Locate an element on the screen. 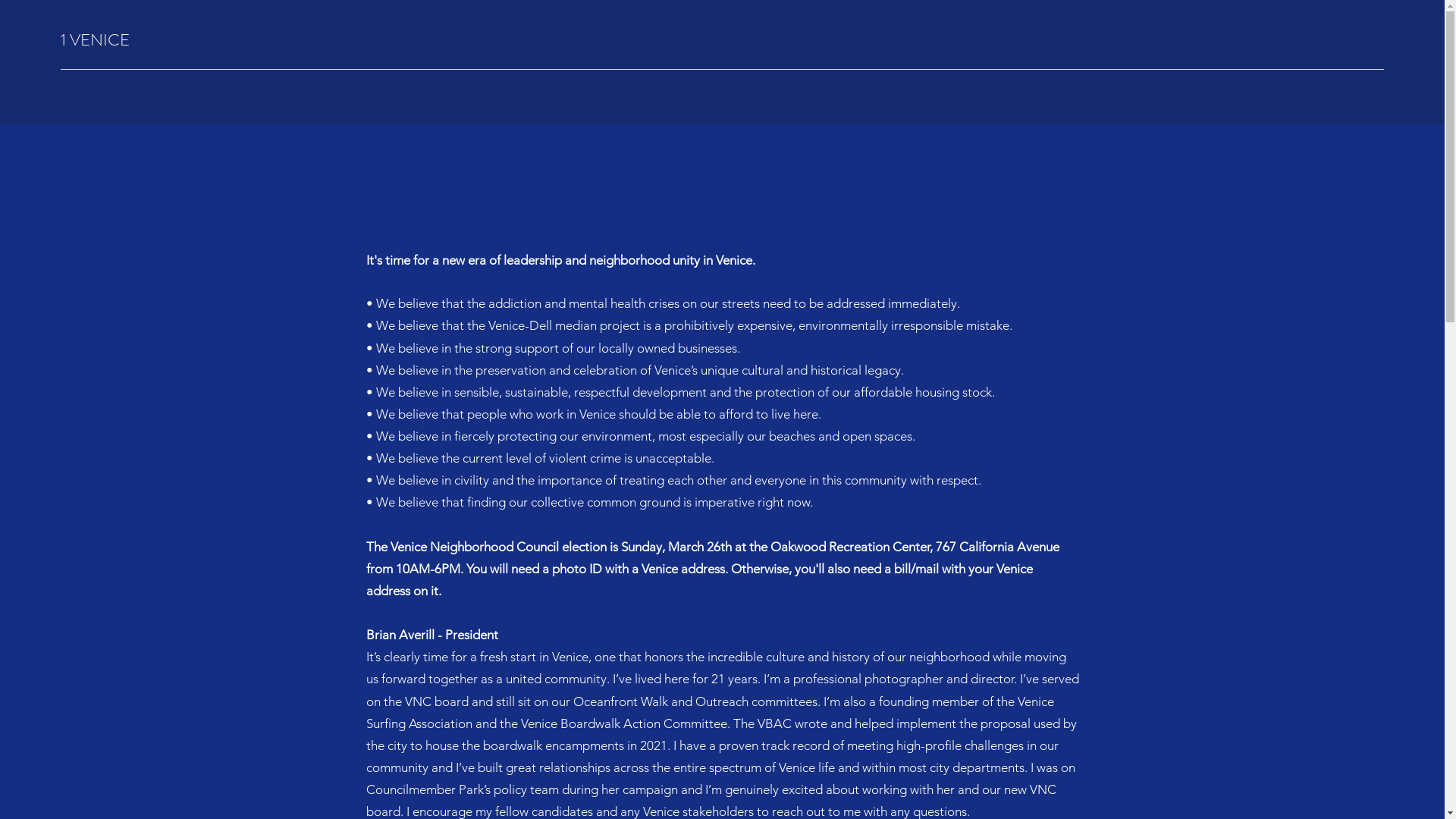 This screenshot has width=1456, height=819. '1 VENICE' is located at coordinates (94, 39).